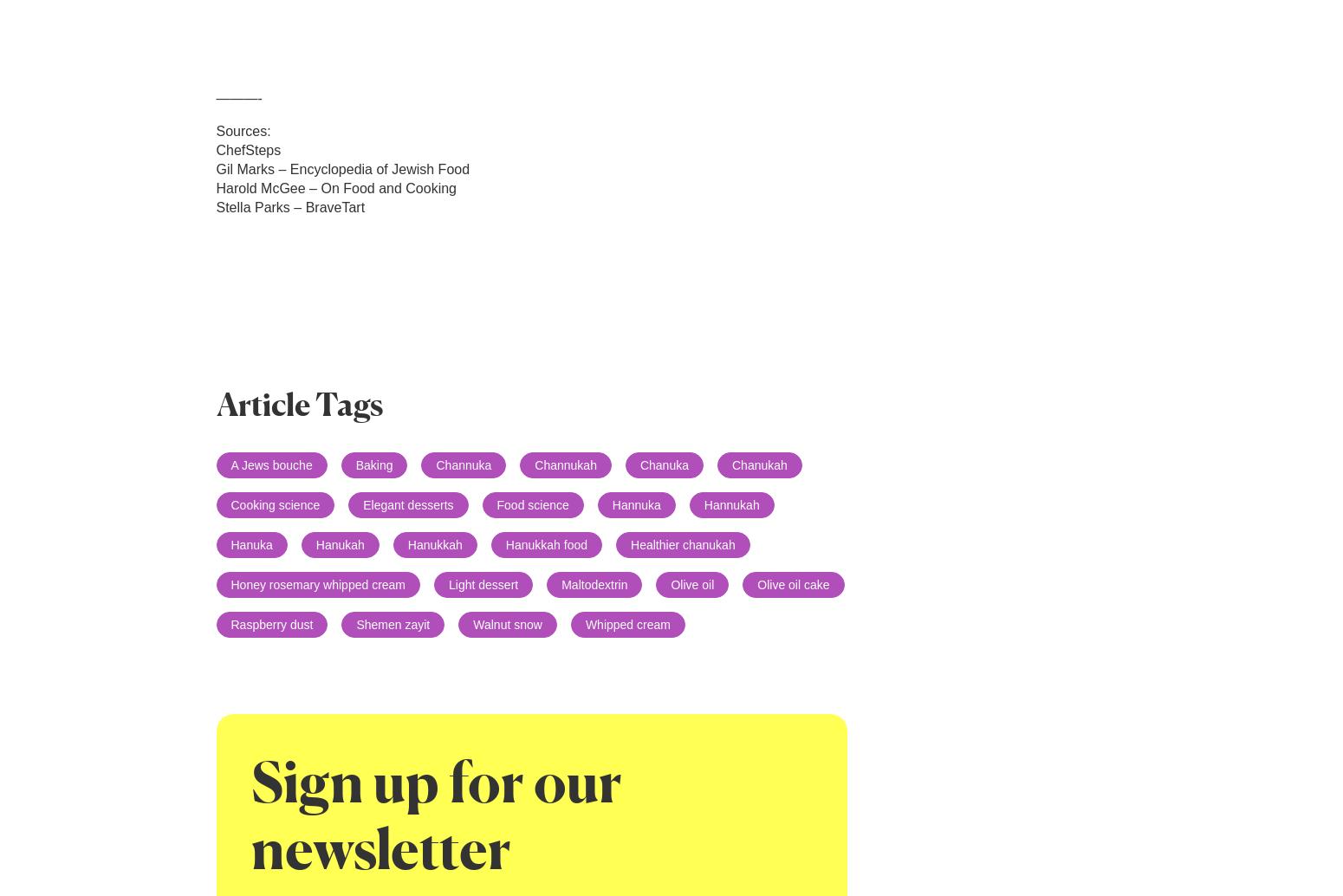 The height and width of the screenshot is (896, 1343). What do you see at coordinates (274, 504) in the screenshot?
I see `'Cooking science'` at bounding box center [274, 504].